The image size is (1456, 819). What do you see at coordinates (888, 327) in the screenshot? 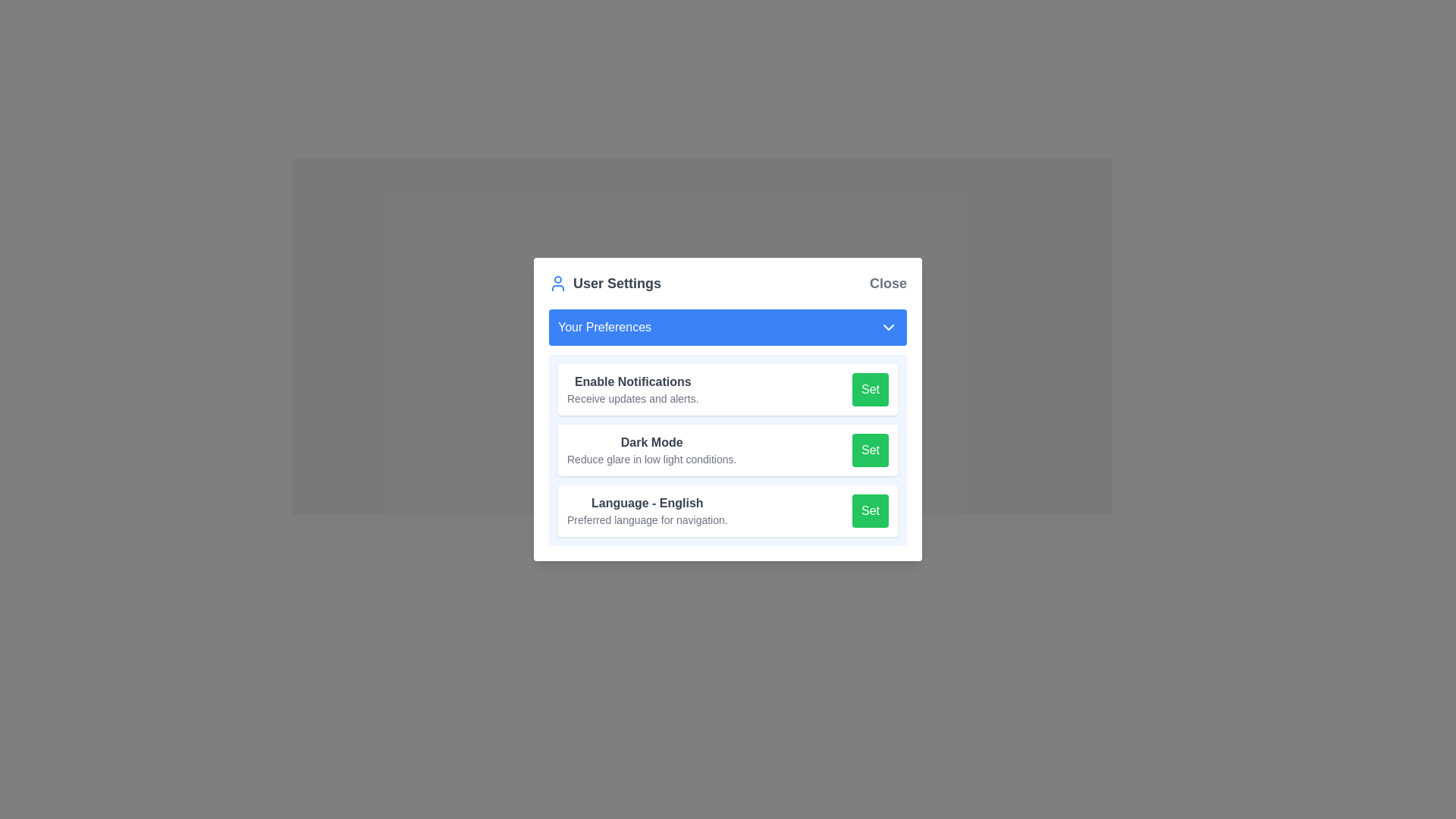
I see `the Chevron-Down icon located at the far right of the 'Your Preferences' button in the header row of the modal dialog` at bounding box center [888, 327].